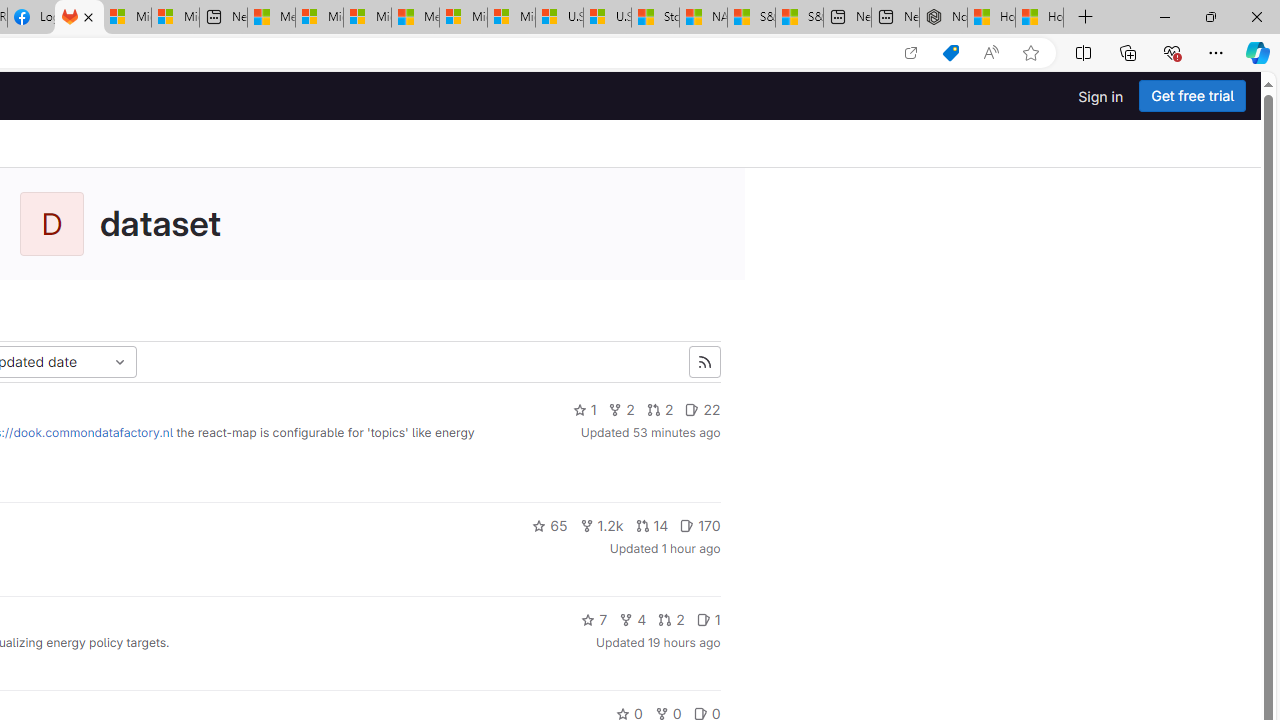 This screenshot has width=1280, height=720. Describe the element at coordinates (1215, 51) in the screenshot. I see `'Settings and more (Alt+F)'` at that location.